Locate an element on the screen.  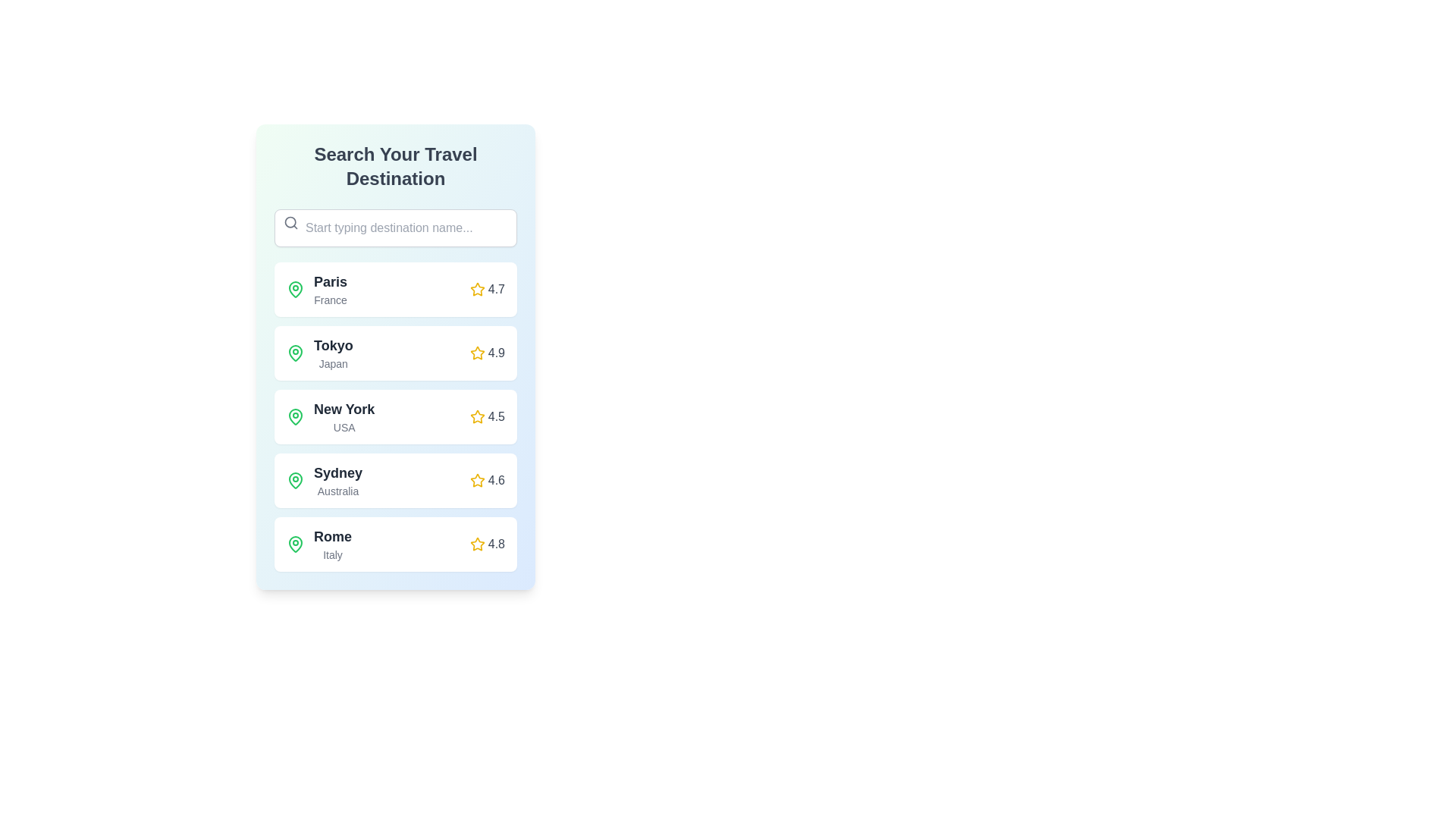
the star icon located in the 'Tokyo, Japan' row, which serves as a visual indicator for the rating system to rate the destination is located at coordinates (476, 353).